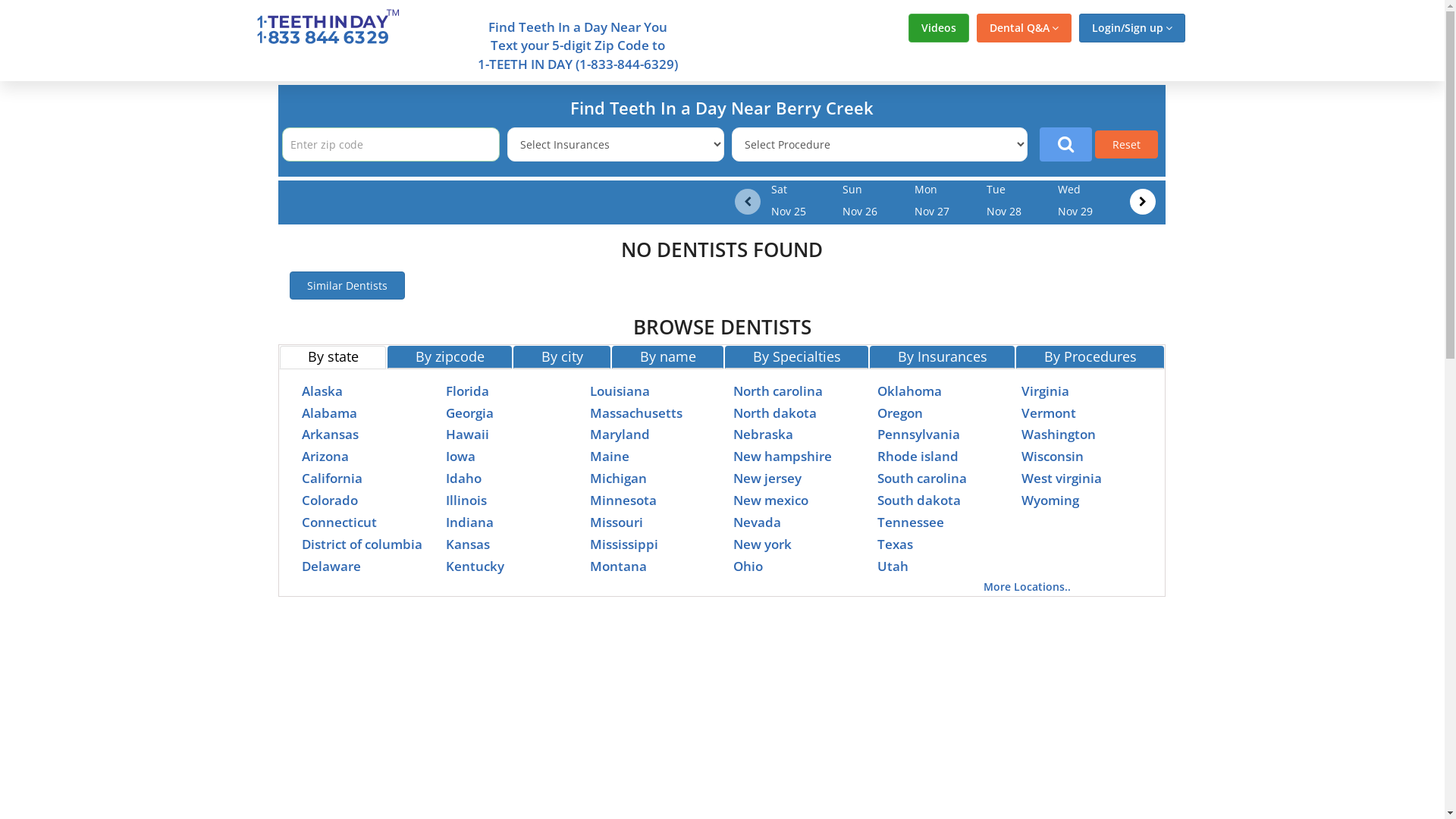 The width and height of the screenshot is (1456, 819). What do you see at coordinates (324, 455) in the screenshot?
I see `'Arizona'` at bounding box center [324, 455].